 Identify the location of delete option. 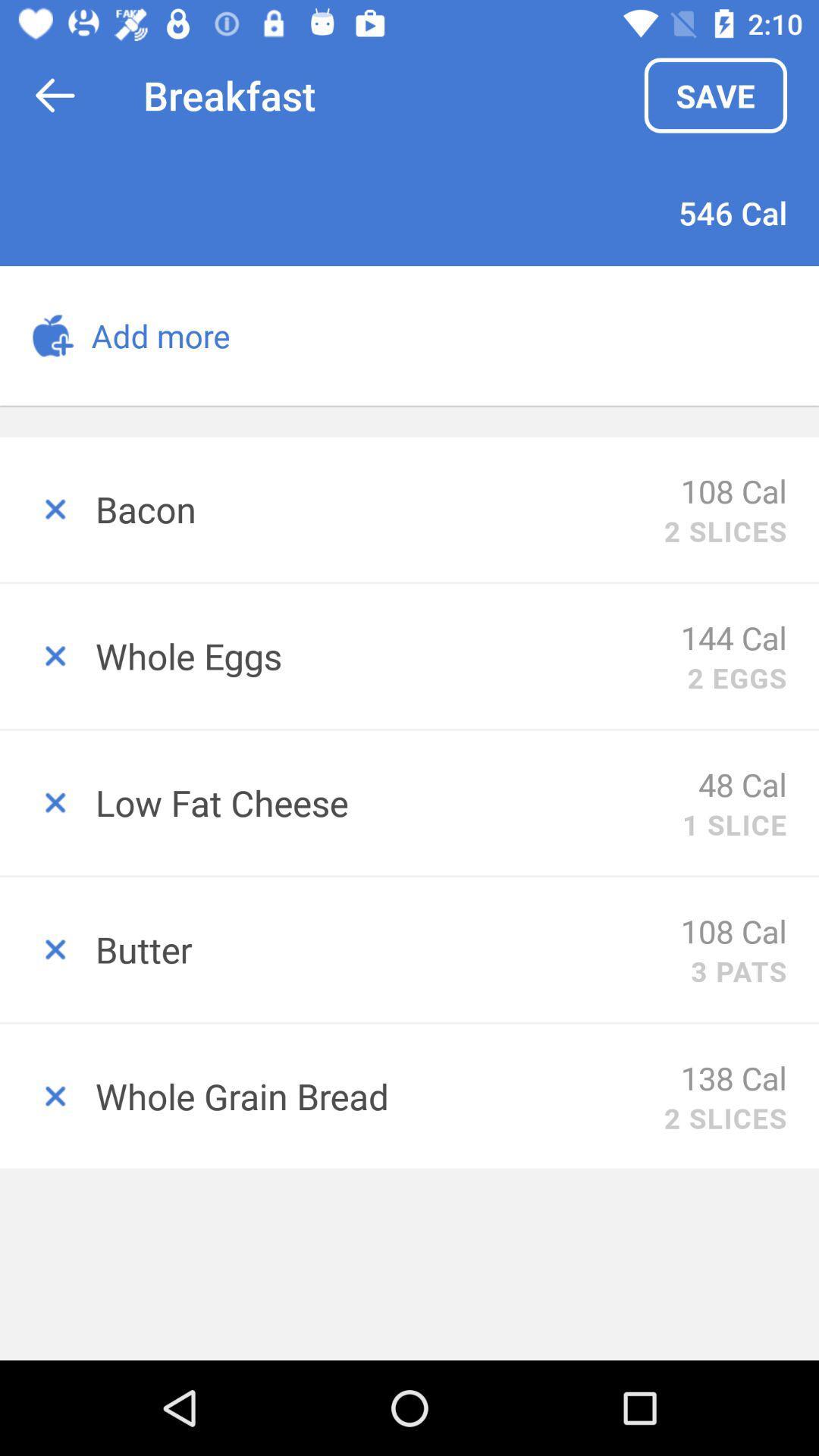
(46, 510).